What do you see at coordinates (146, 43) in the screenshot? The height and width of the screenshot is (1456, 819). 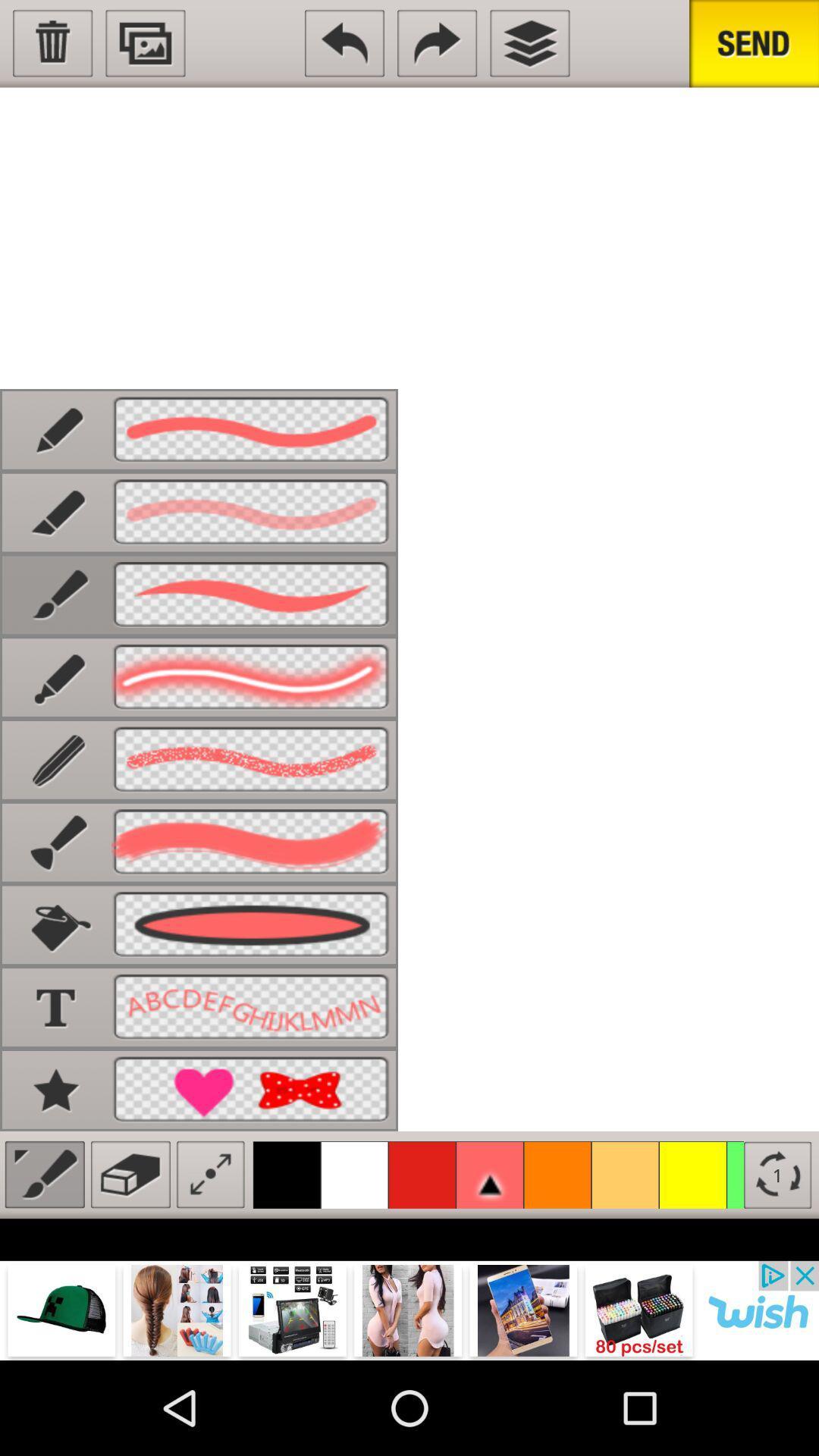 I see `picture selection` at bounding box center [146, 43].